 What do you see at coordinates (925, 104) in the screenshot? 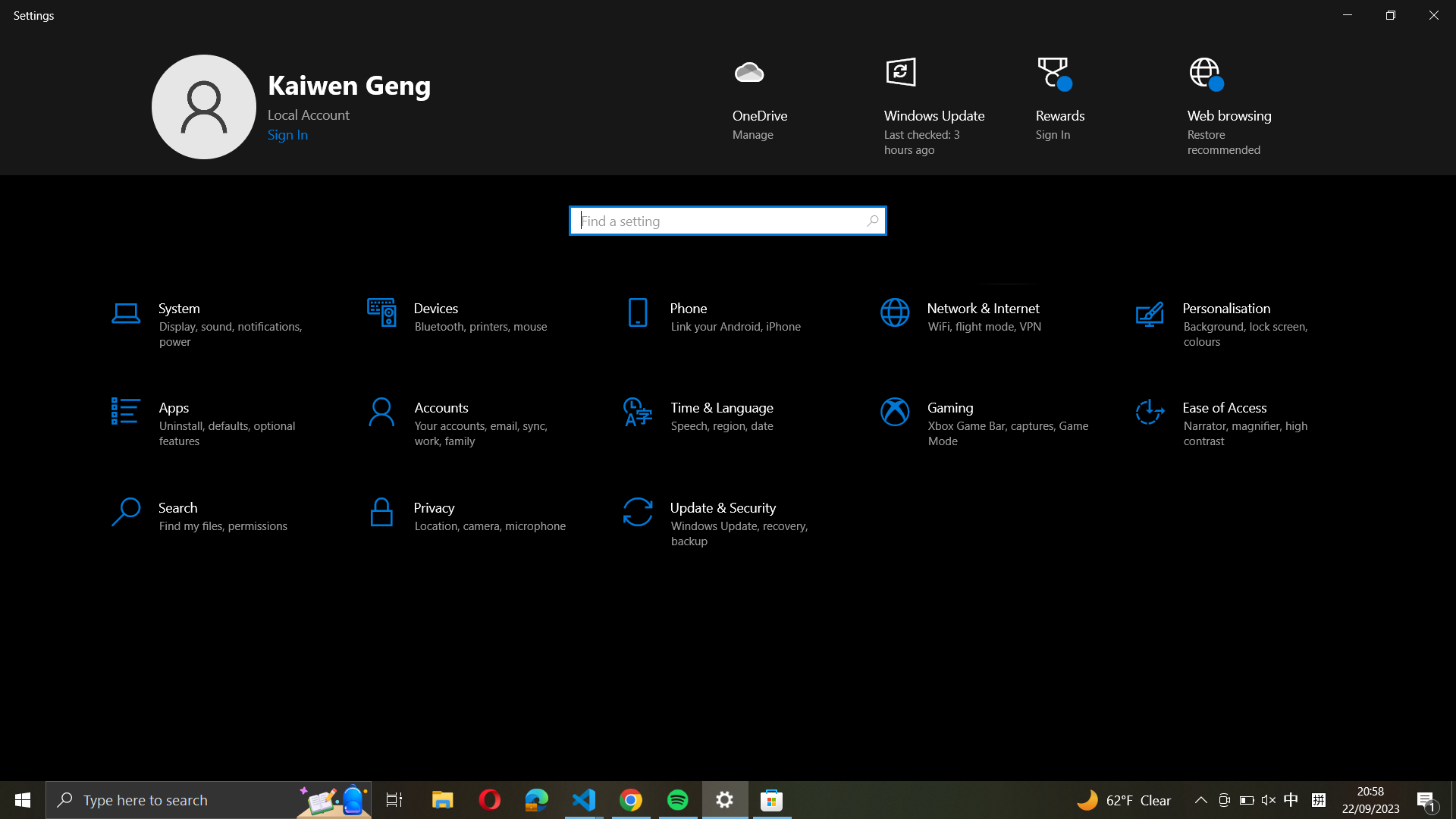
I see `Check for windows updates using the bottom right button on the page` at bounding box center [925, 104].